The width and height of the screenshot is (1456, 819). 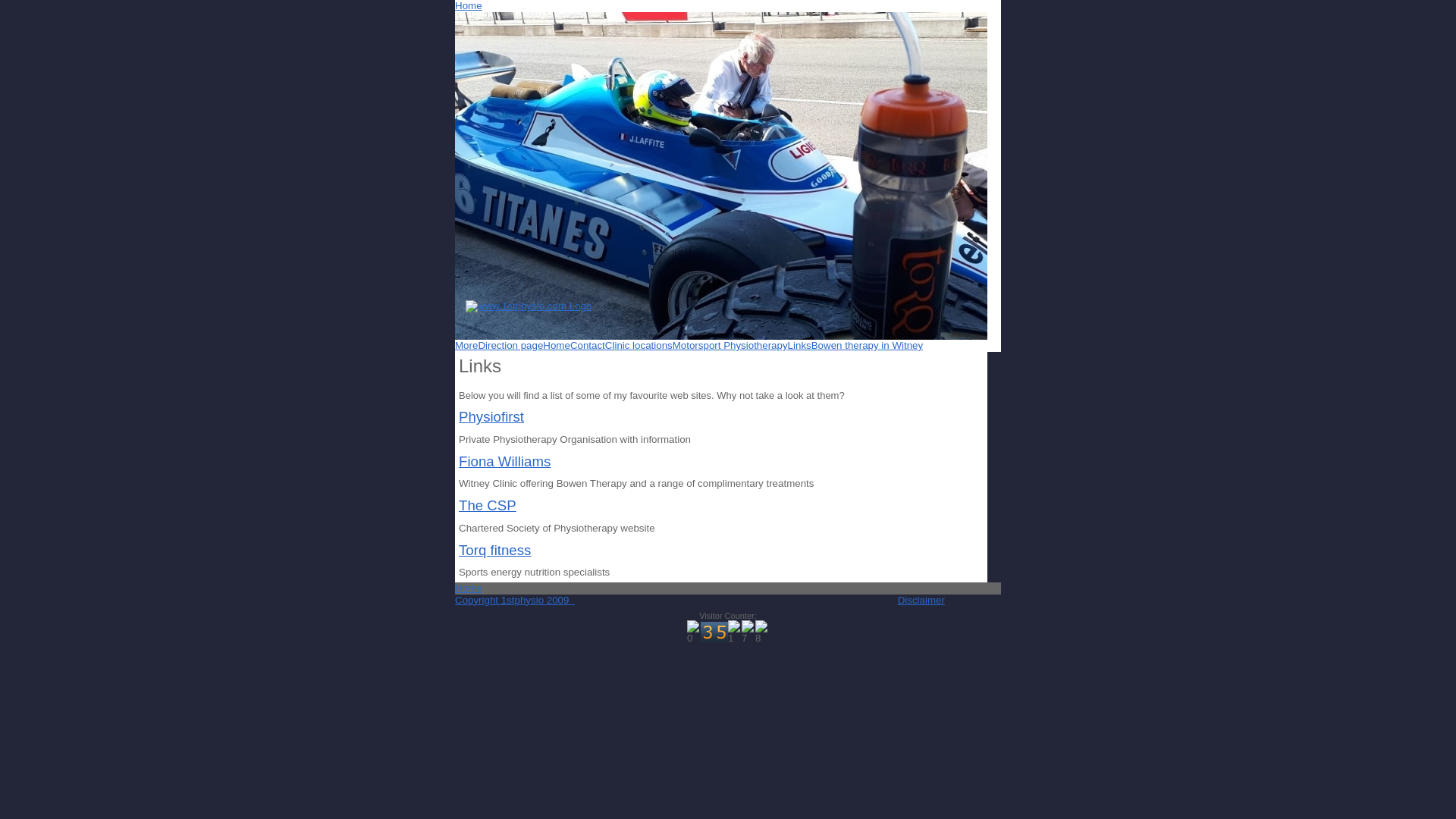 What do you see at coordinates (457, 550) in the screenshot?
I see `'Torq fitness'` at bounding box center [457, 550].